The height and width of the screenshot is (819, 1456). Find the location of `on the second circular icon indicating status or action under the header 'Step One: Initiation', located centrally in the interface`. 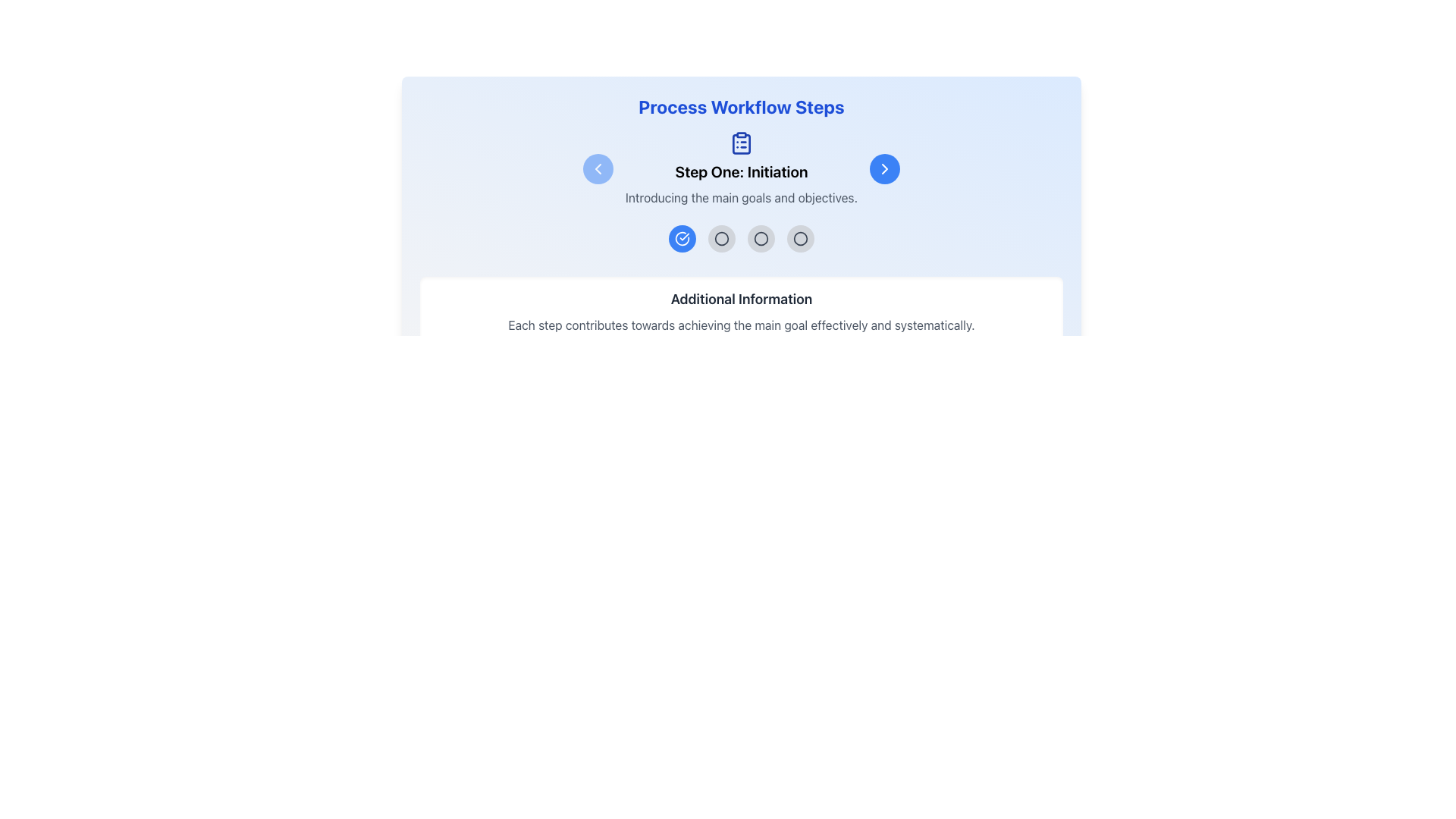

on the second circular icon indicating status or action under the header 'Step One: Initiation', located centrally in the interface is located at coordinates (761, 239).